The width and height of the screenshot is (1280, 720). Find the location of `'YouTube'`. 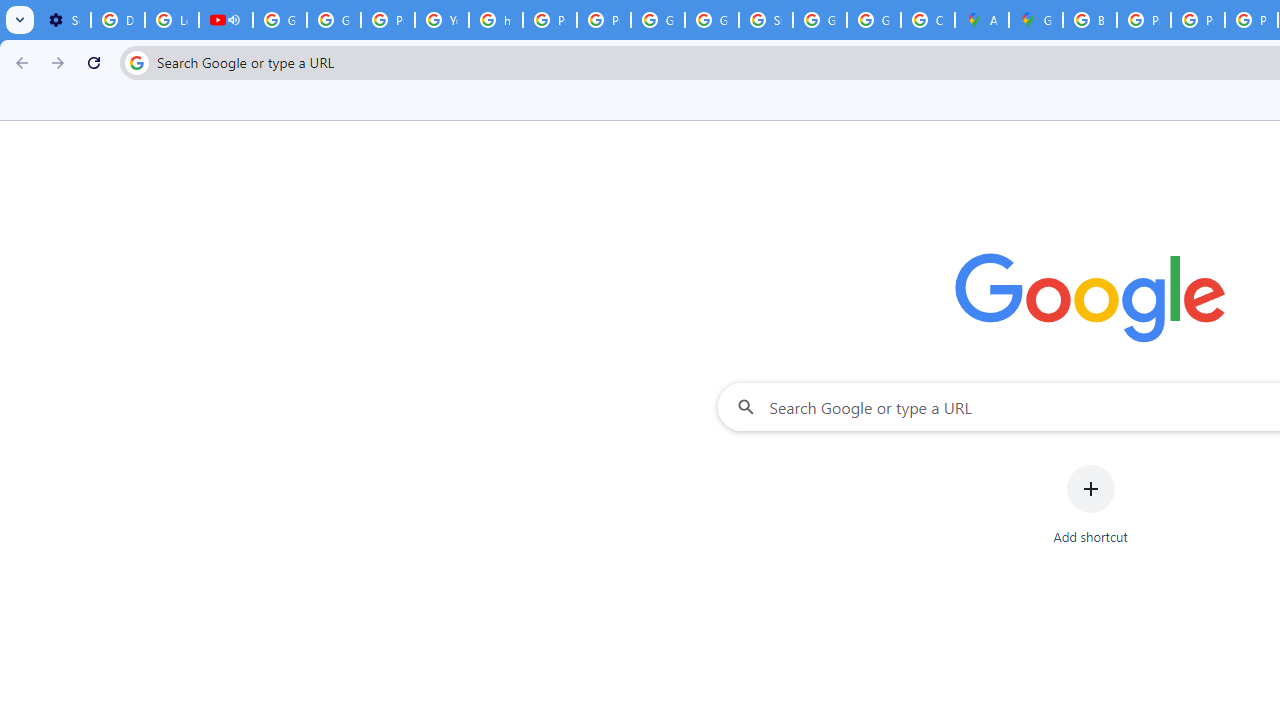

'YouTube' is located at coordinates (440, 20).